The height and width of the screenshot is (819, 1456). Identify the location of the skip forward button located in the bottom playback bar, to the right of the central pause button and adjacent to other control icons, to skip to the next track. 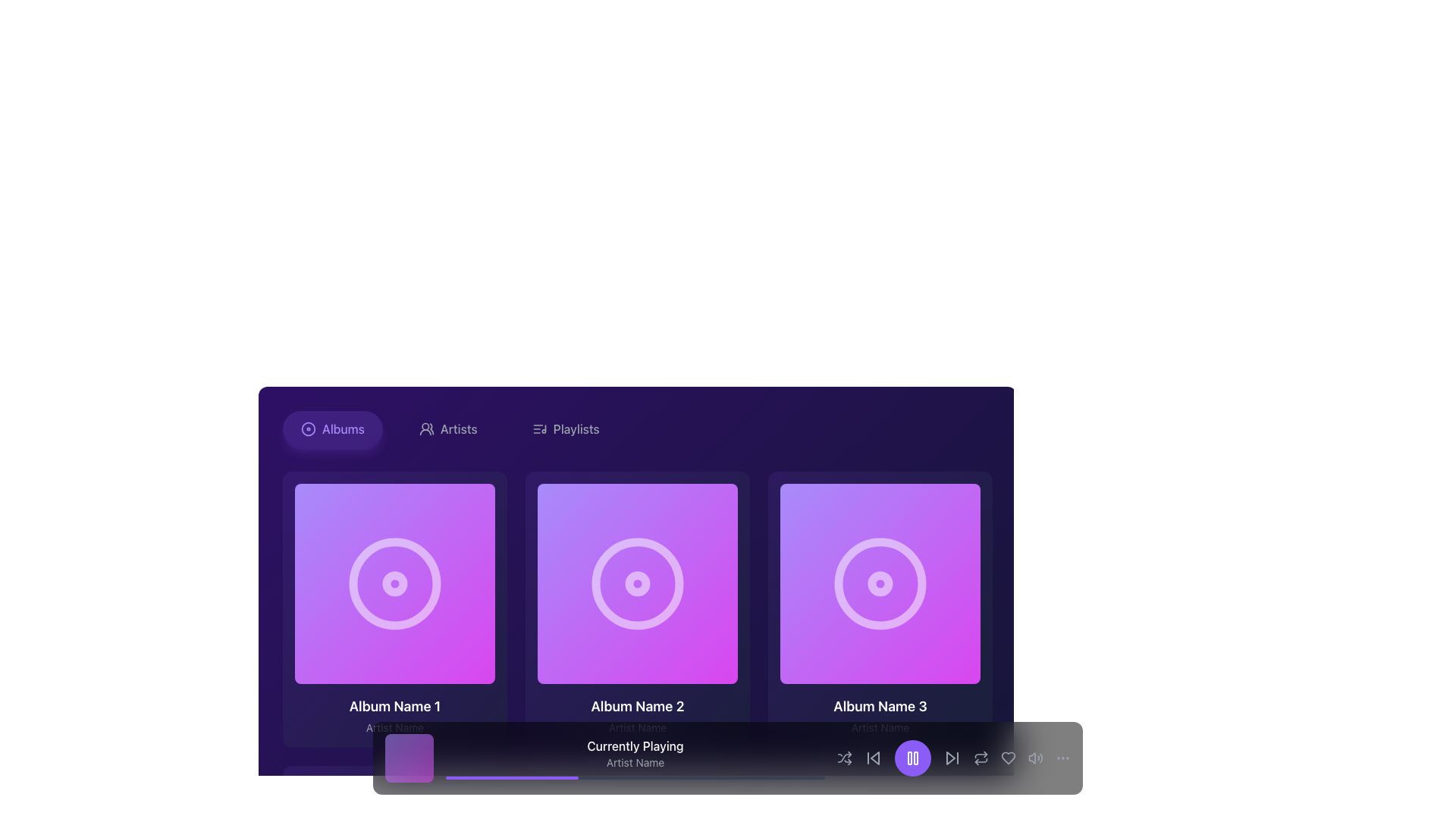
(952, 758).